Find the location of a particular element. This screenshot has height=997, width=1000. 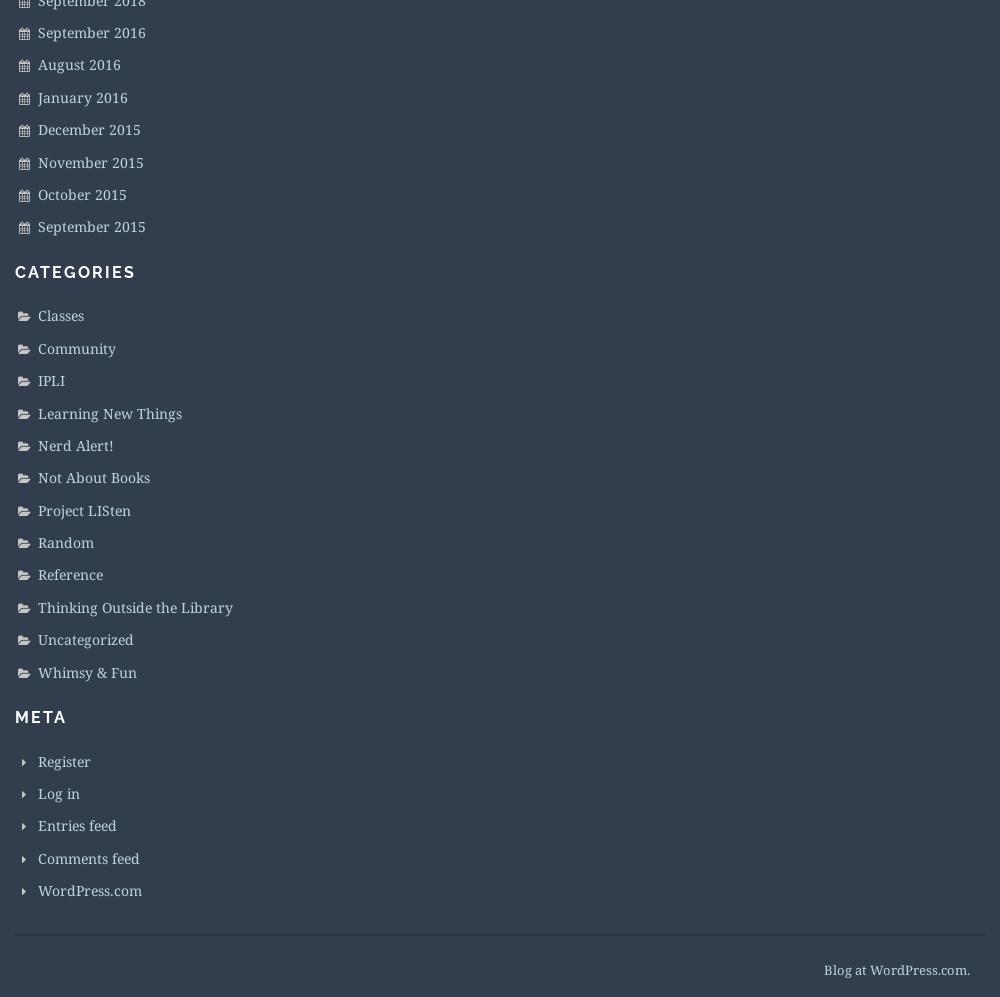

'Not About Books' is located at coordinates (93, 477).